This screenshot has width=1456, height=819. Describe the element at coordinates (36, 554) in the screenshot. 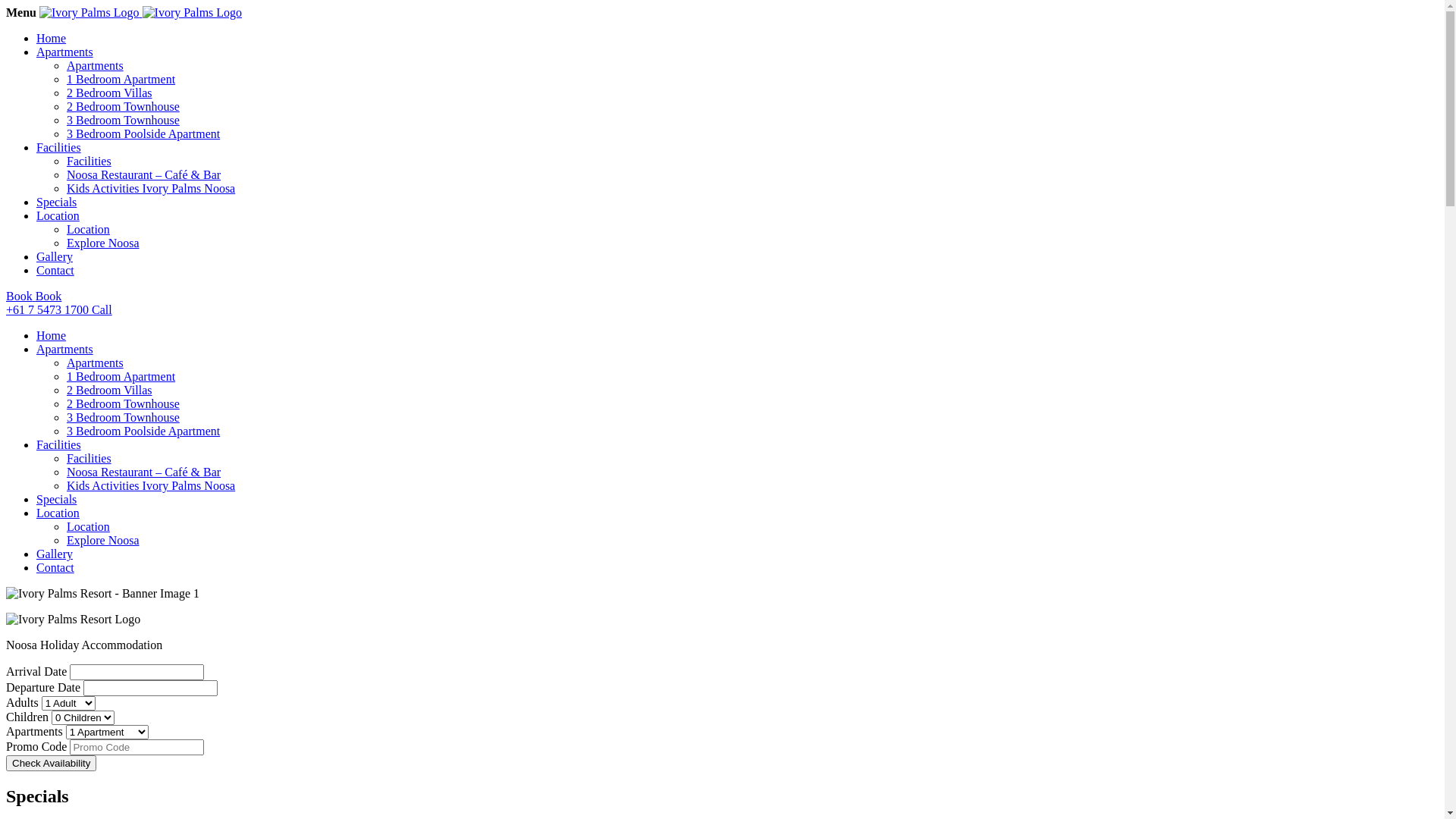

I see `'Gallery'` at that location.